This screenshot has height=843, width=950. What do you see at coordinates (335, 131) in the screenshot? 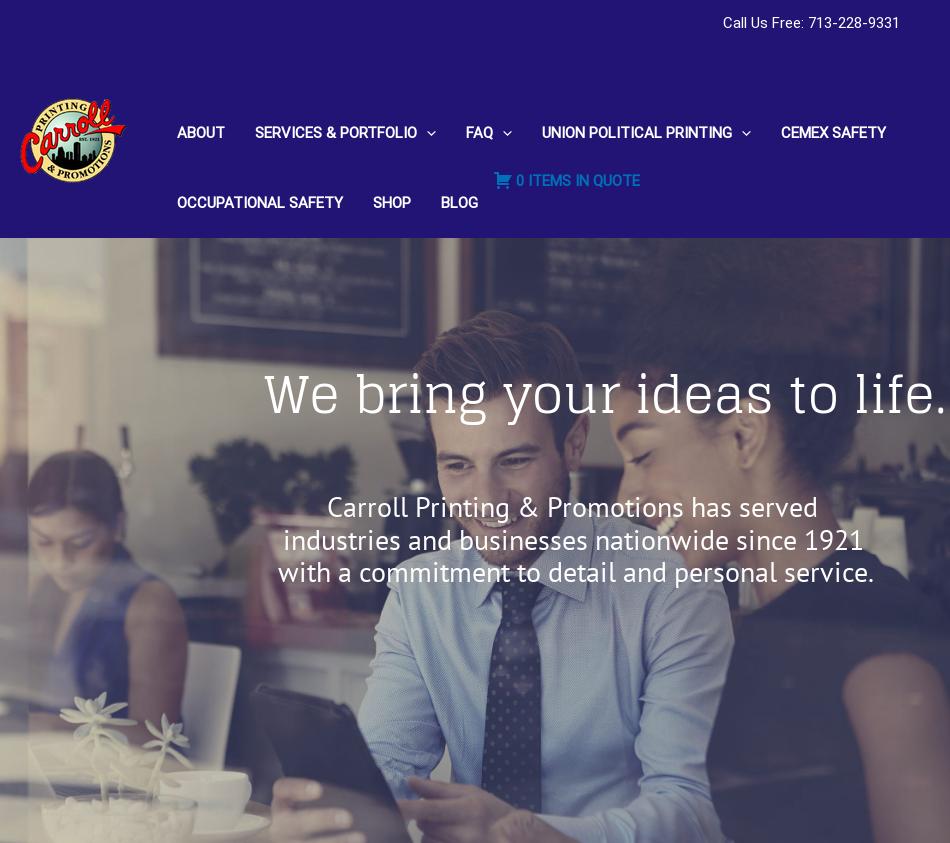
I see `'Services & Portfolio'` at bounding box center [335, 131].